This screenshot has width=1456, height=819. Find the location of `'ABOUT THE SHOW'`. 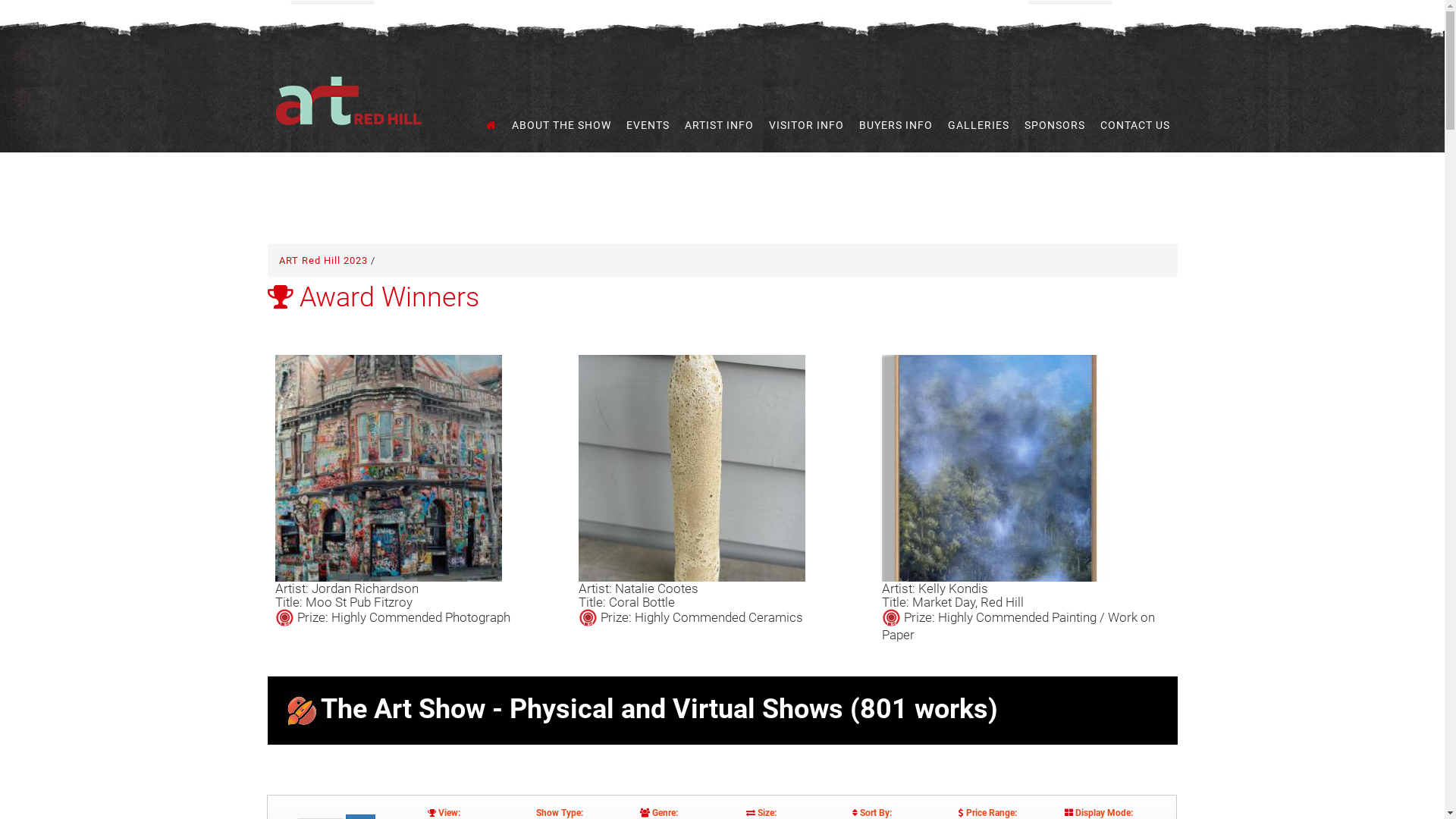

'ABOUT THE SHOW' is located at coordinates (560, 124).